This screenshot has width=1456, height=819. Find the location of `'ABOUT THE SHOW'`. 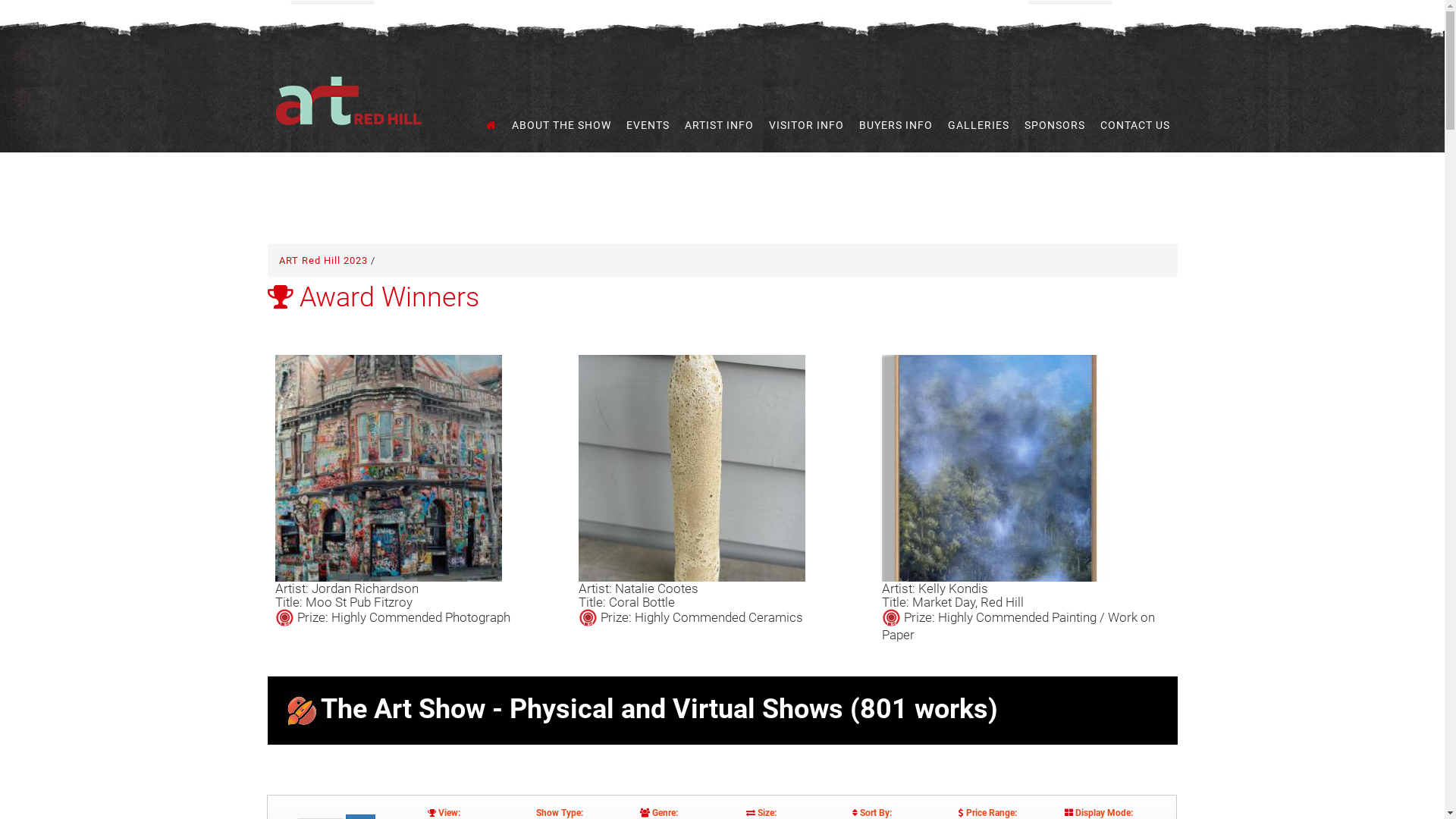

'ABOUT THE SHOW' is located at coordinates (560, 124).